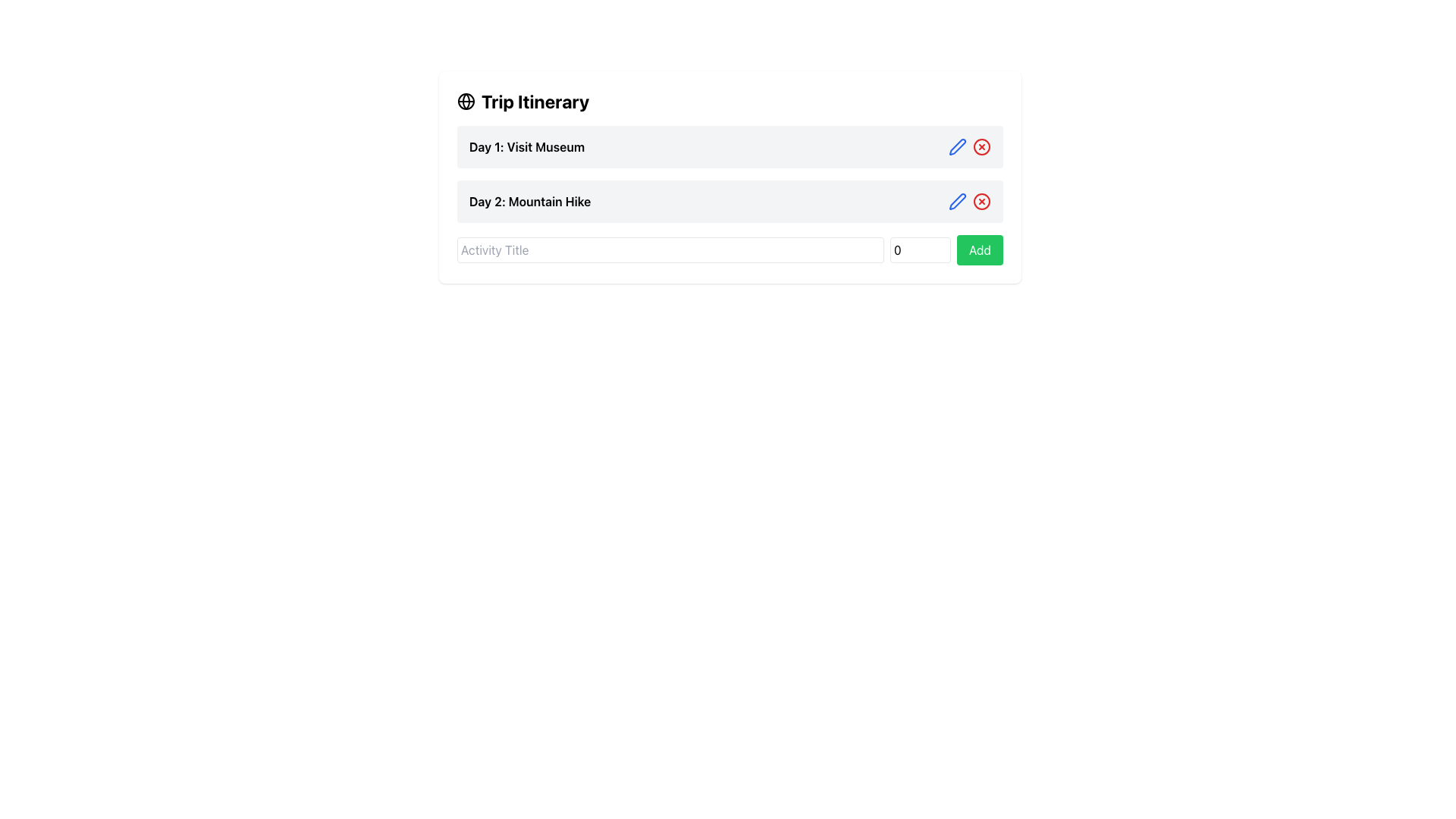  What do you see at coordinates (530, 201) in the screenshot?
I see `the Text Label displaying 'Day 2: Mountain Hike', which is centrally positioned in a vertically aligned list and has interactive icons to its right` at bounding box center [530, 201].